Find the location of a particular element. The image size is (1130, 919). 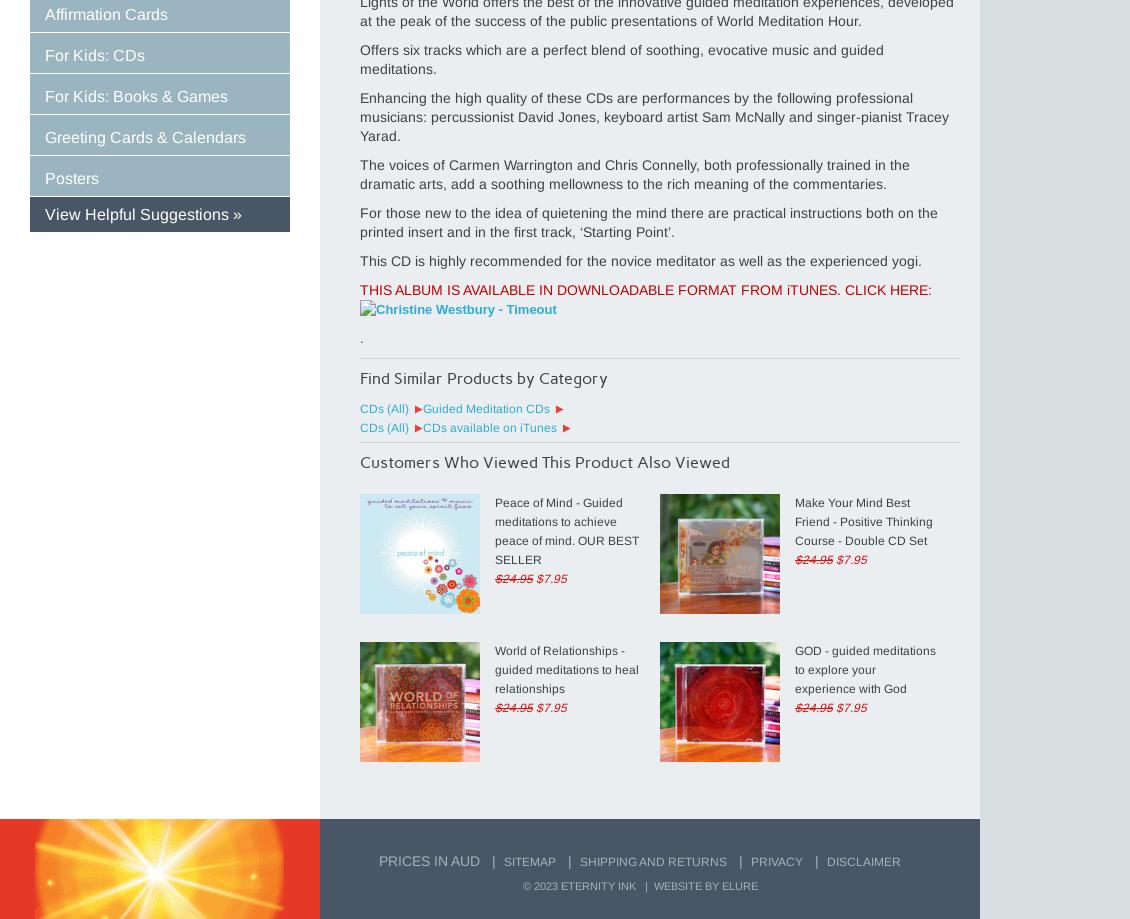

'For Kids: CDs' is located at coordinates (95, 55).